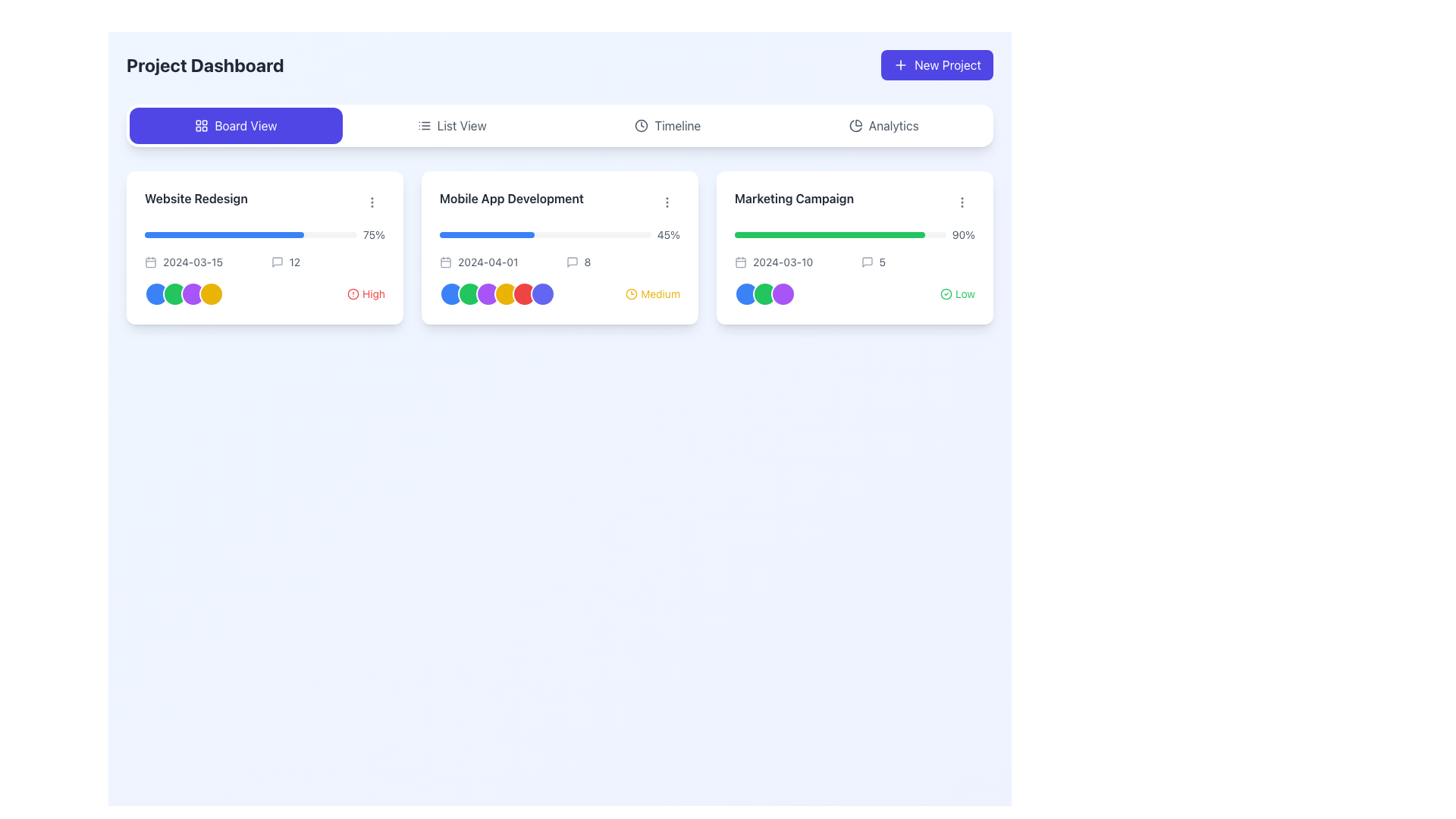 This screenshot has width=1456, height=819. What do you see at coordinates (450, 294) in the screenshot?
I see `the Avatar icon, which is the first in a row of six circular icons located at the bottom left of the 'Mobile App Development' card` at bounding box center [450, 294].